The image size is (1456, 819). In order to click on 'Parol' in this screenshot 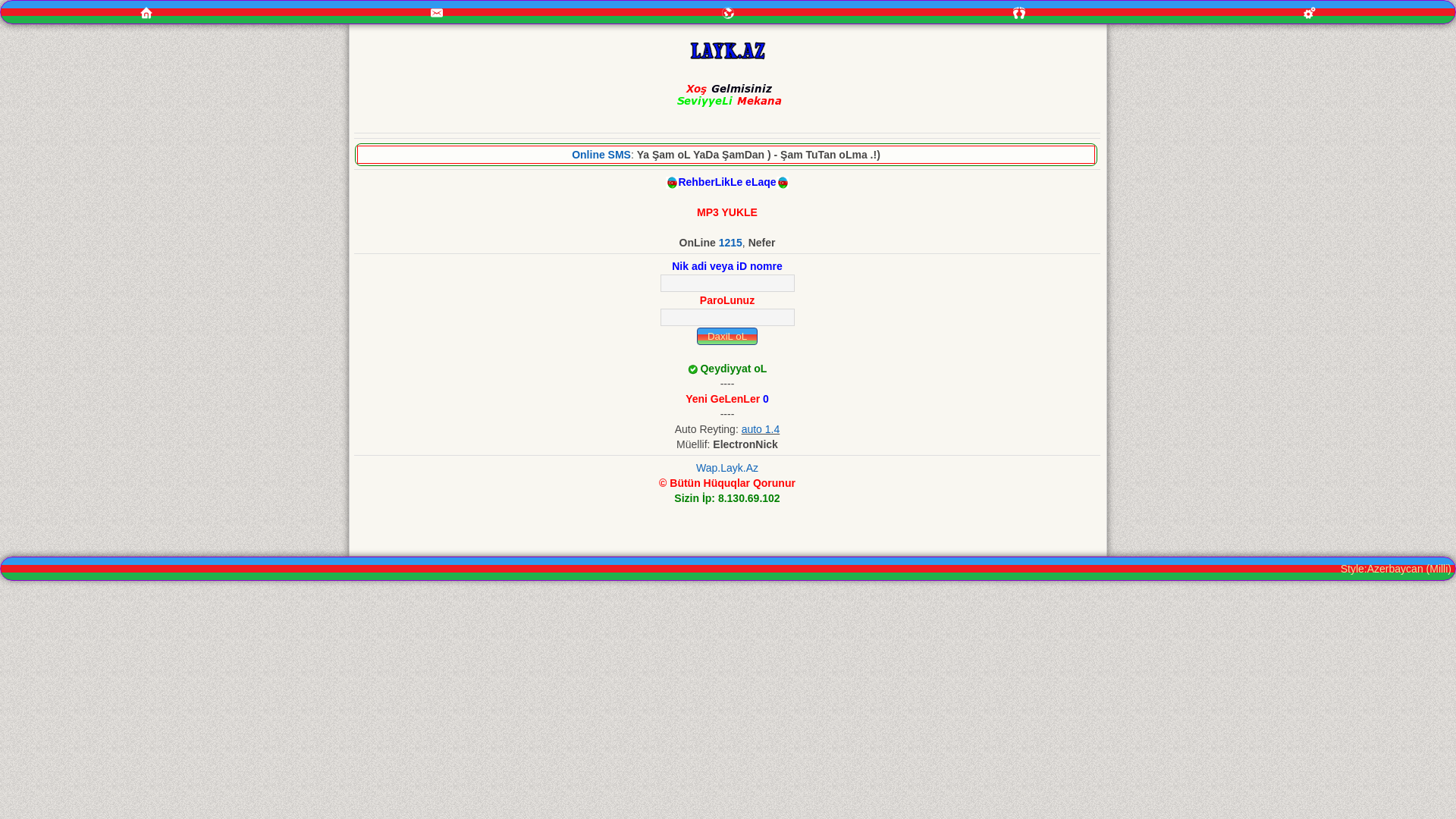, I will do `click(726, 316)`.